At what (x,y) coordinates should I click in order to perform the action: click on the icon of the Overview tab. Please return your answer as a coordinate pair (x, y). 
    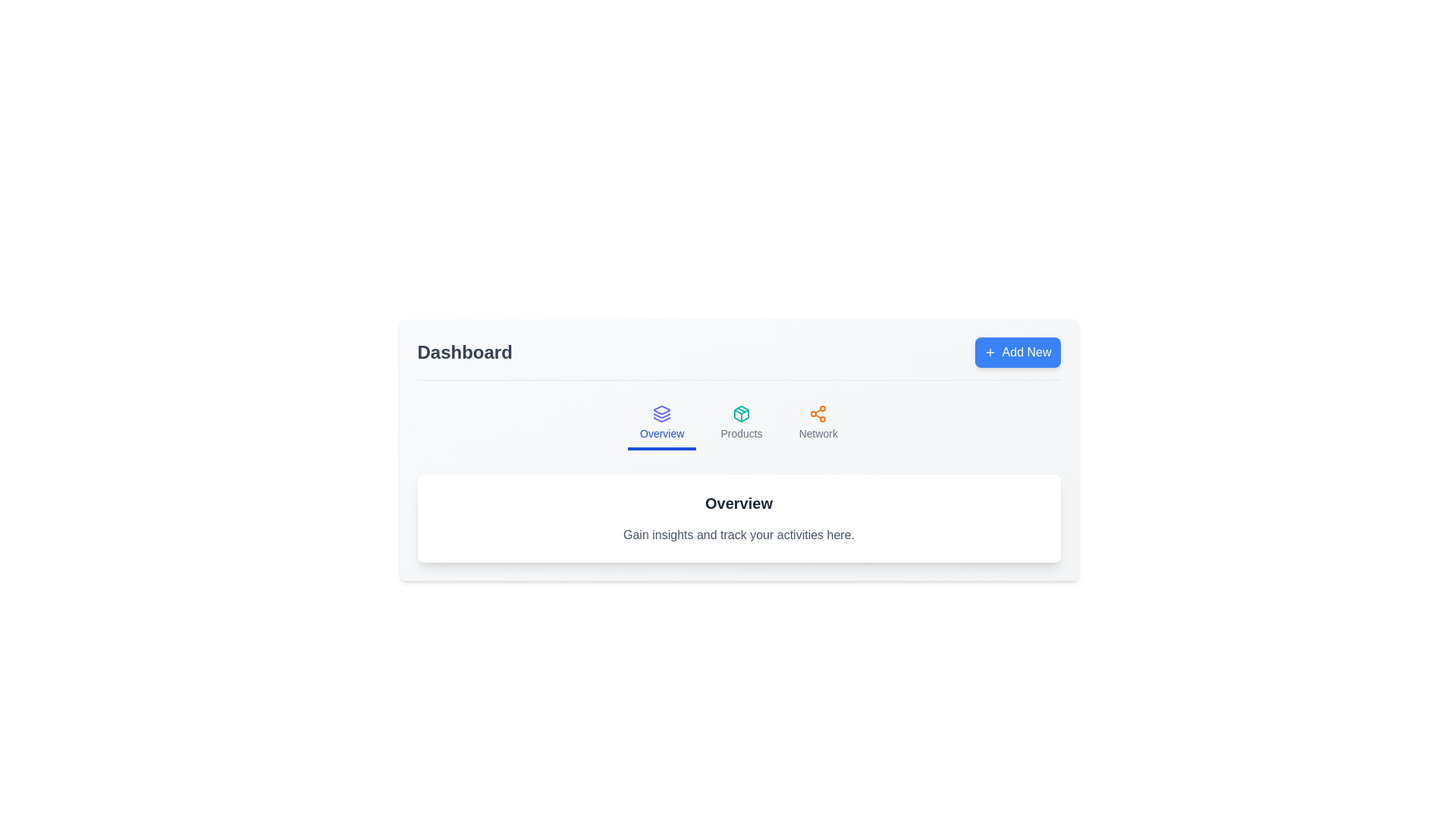
    Looking at the image, I should click on (662, 414).